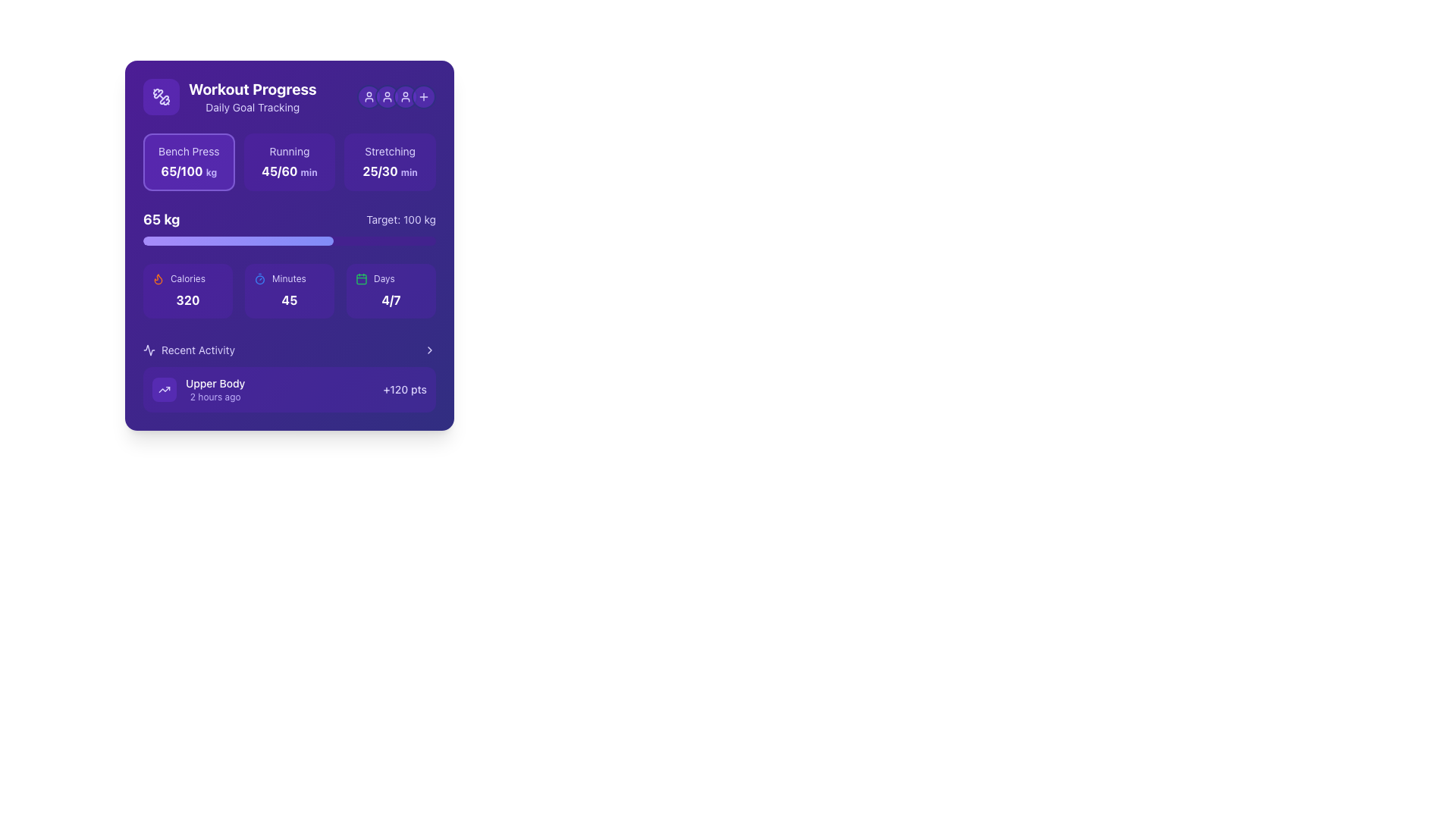  What do you see at coordinates (290, 152) in the screenshot?
I see `the 'Running' text label located in the top section of the second exercise activity card within the 'Workout Progress' panel` at bounding box center [290, 152].